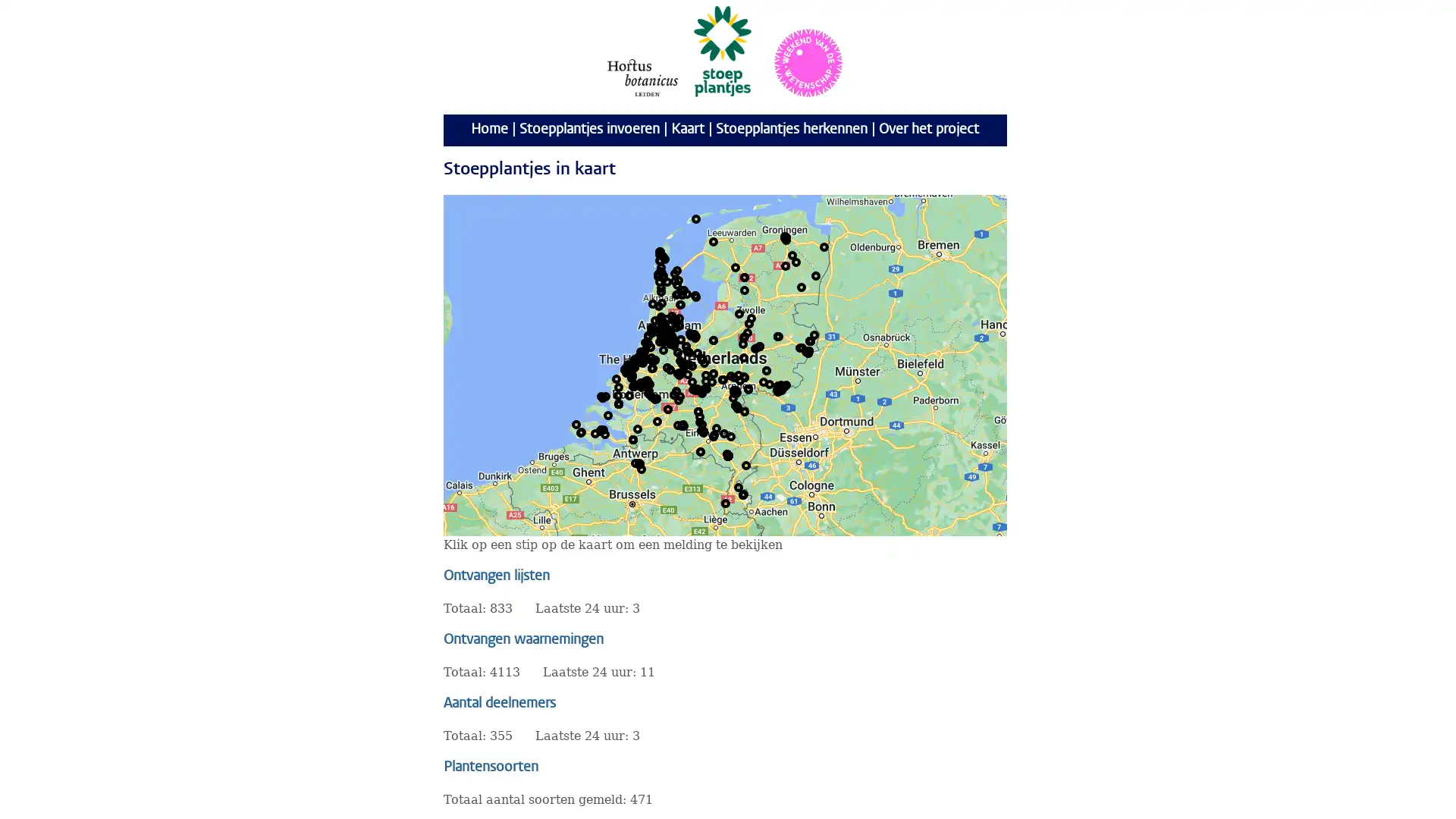  I want to click on Telling van op 27 oktober 2021, so click(667, 334).